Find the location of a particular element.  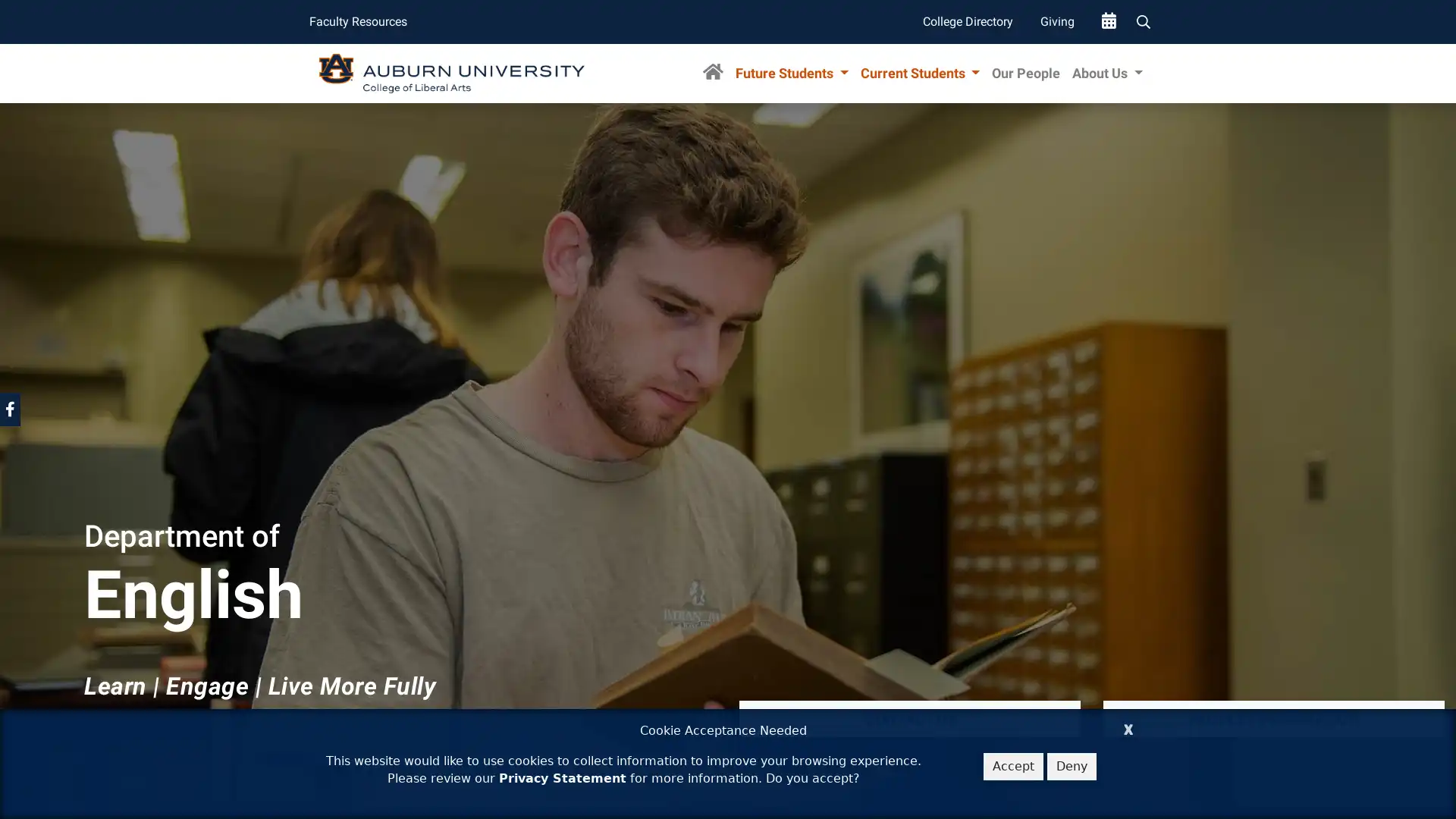

Deny is located at coordinates (1071, 766).